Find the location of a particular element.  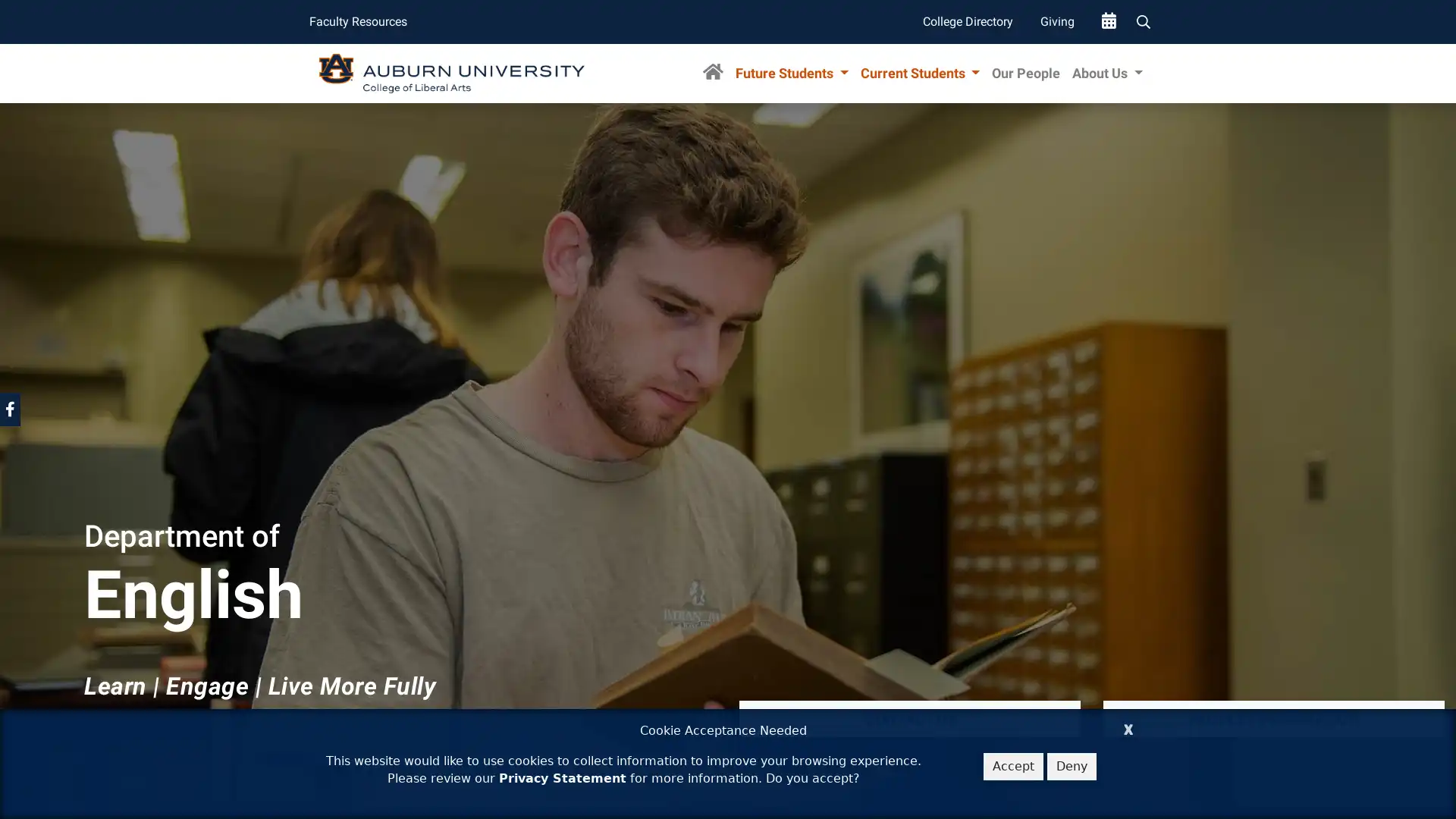

Deny is located at coordinates (1071, 766).